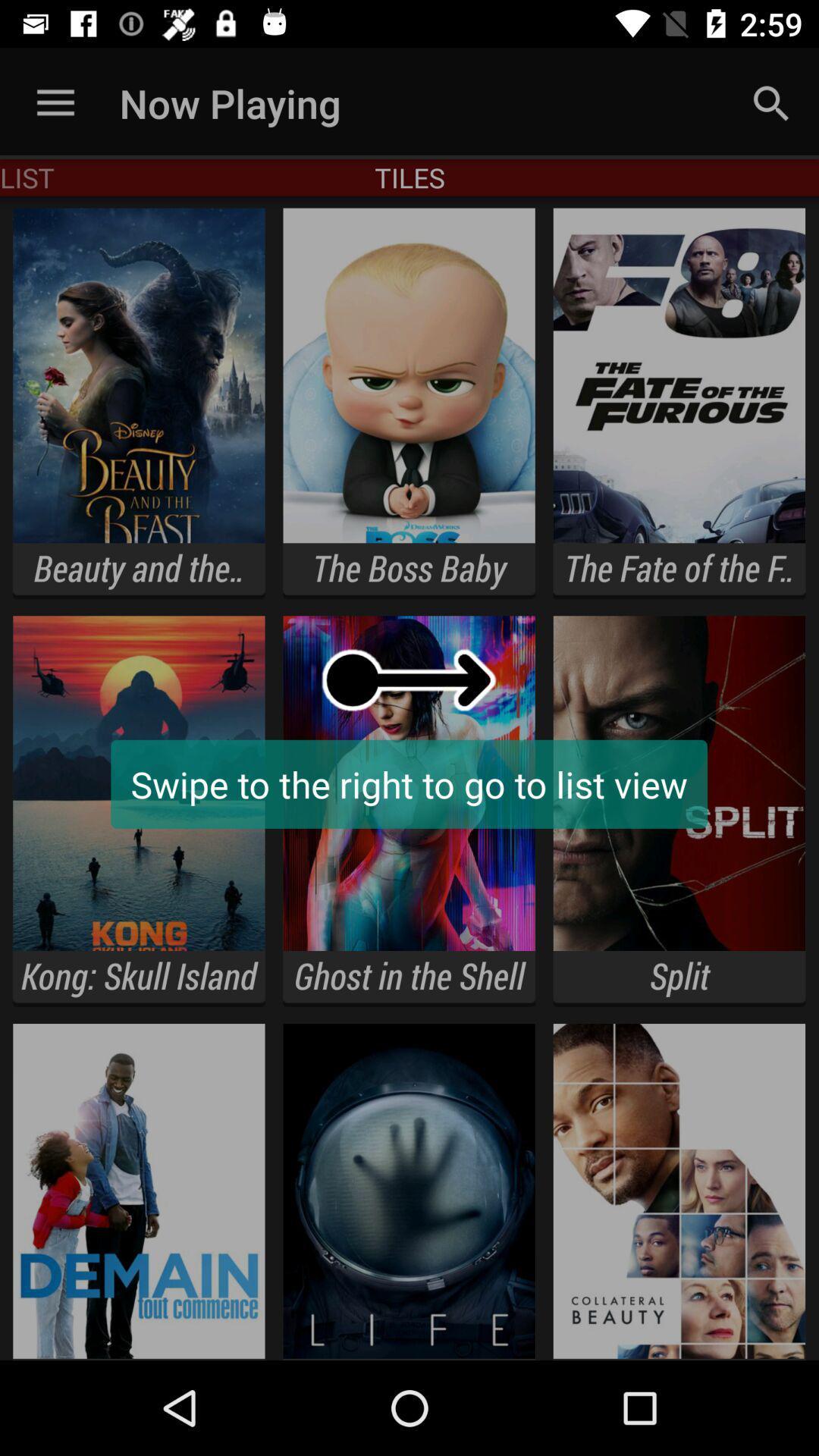 The height and width of the screenshot is (1456, 819). What do you see at coordinates (55, 102) in the screenshot?
I see `the icon above list item` at bounding box center [55, 102].